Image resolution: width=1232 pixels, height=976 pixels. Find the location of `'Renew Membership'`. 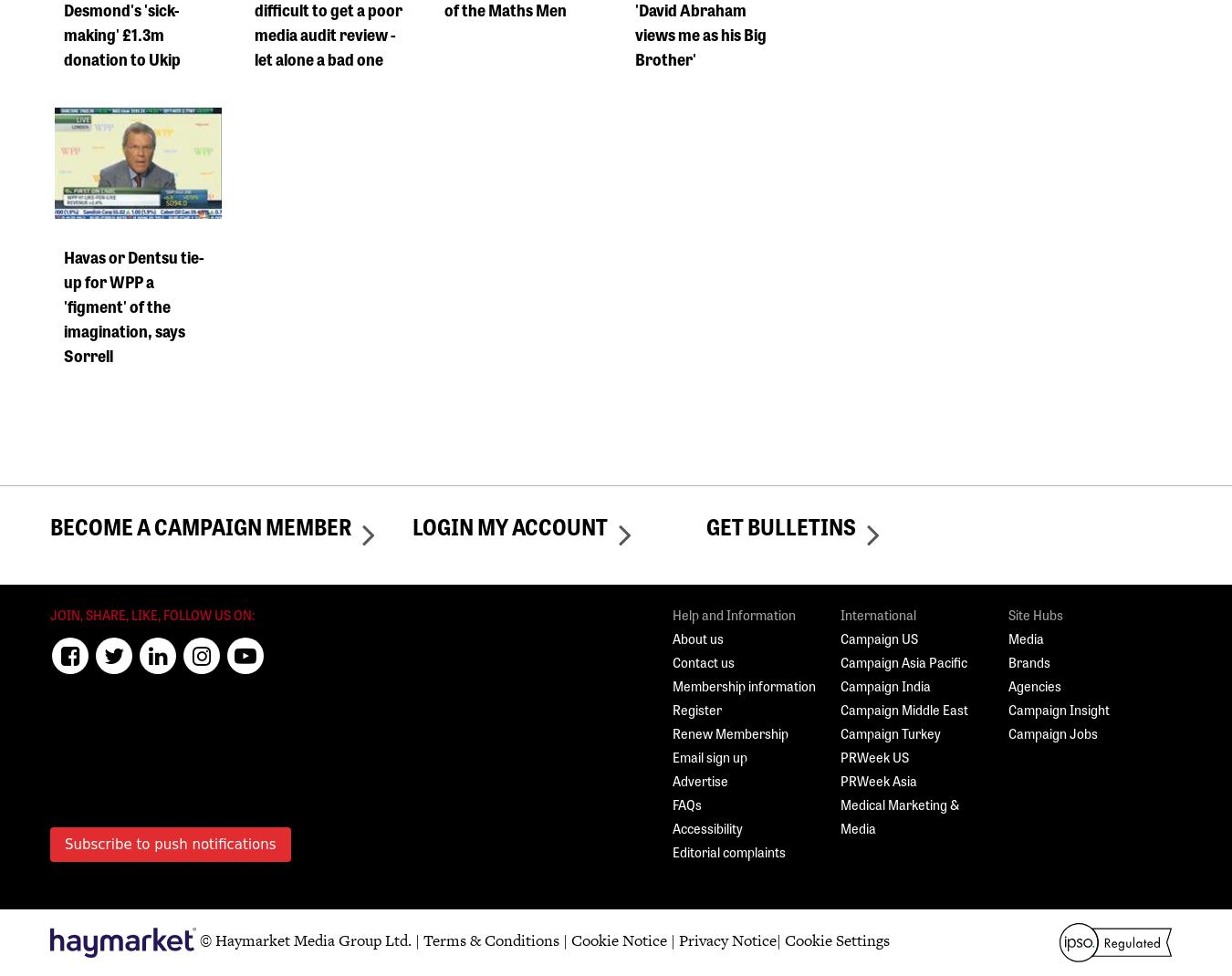

'Renew Membership' is located at coordinates (730, 732).